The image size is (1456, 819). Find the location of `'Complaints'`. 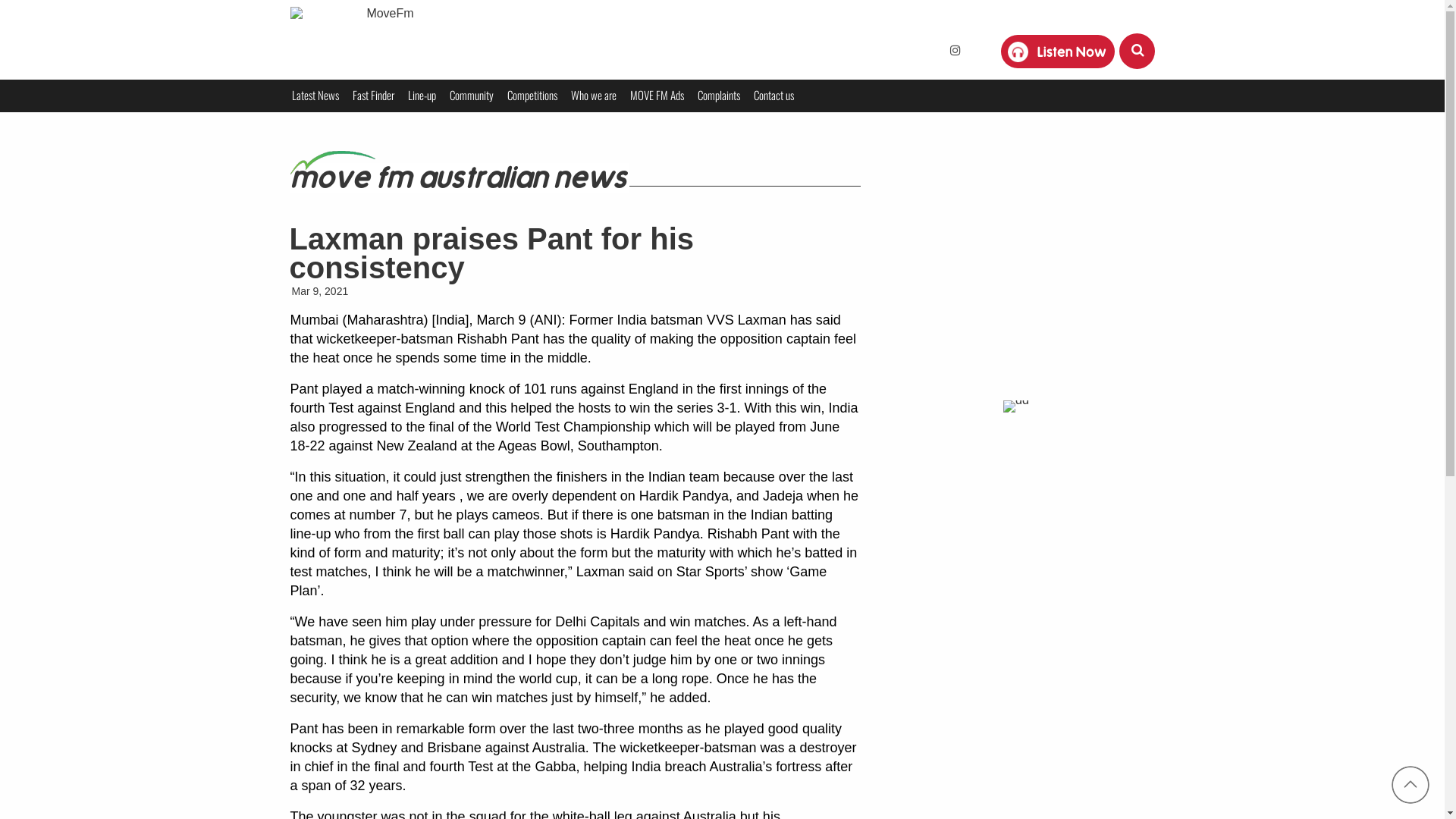

'Complaints' is located at coordinates (689, 96).